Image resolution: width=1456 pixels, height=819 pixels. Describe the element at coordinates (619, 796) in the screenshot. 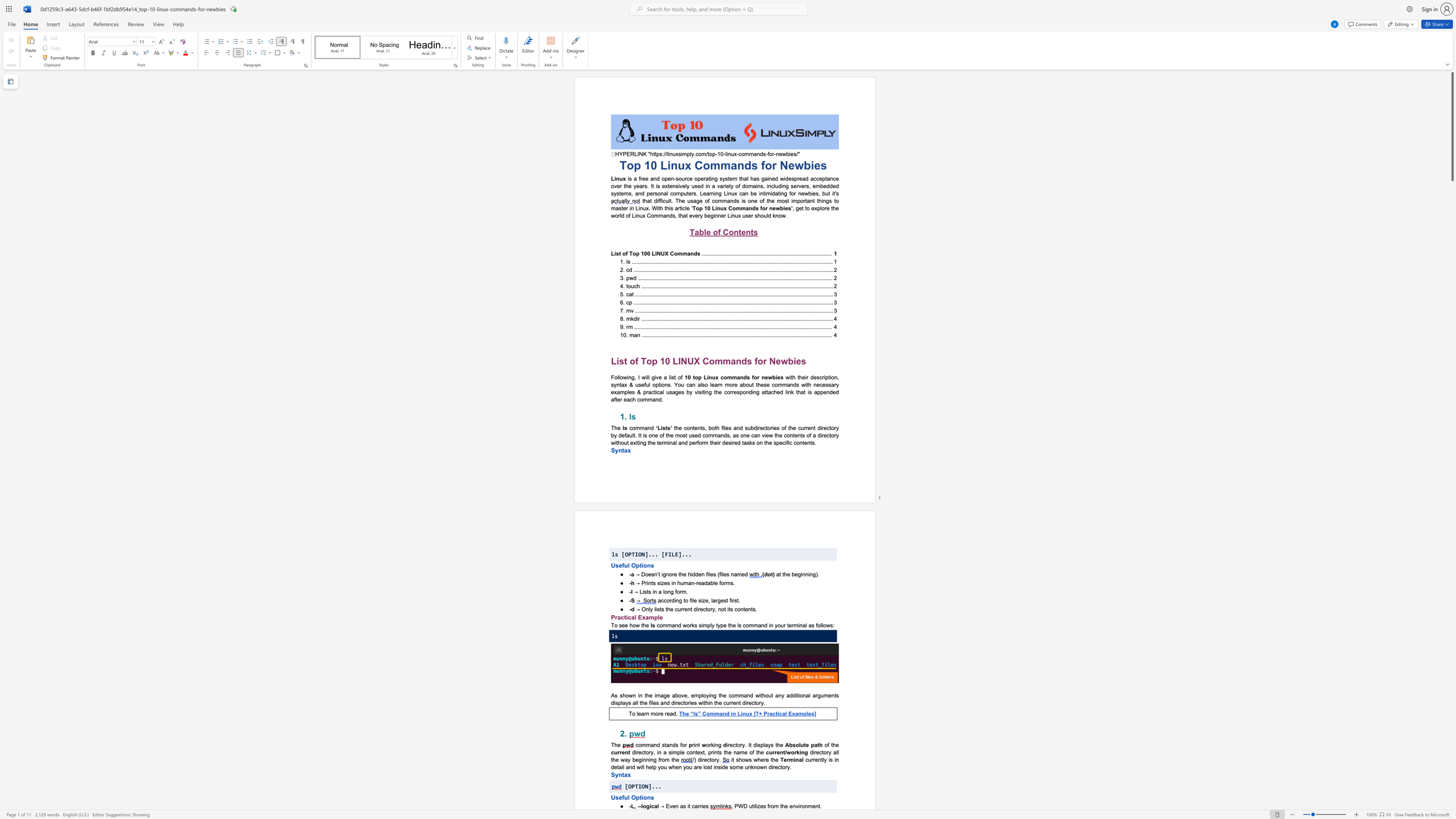

I see `the subset text "eful Option" within the text "Useful Options"` at that location.